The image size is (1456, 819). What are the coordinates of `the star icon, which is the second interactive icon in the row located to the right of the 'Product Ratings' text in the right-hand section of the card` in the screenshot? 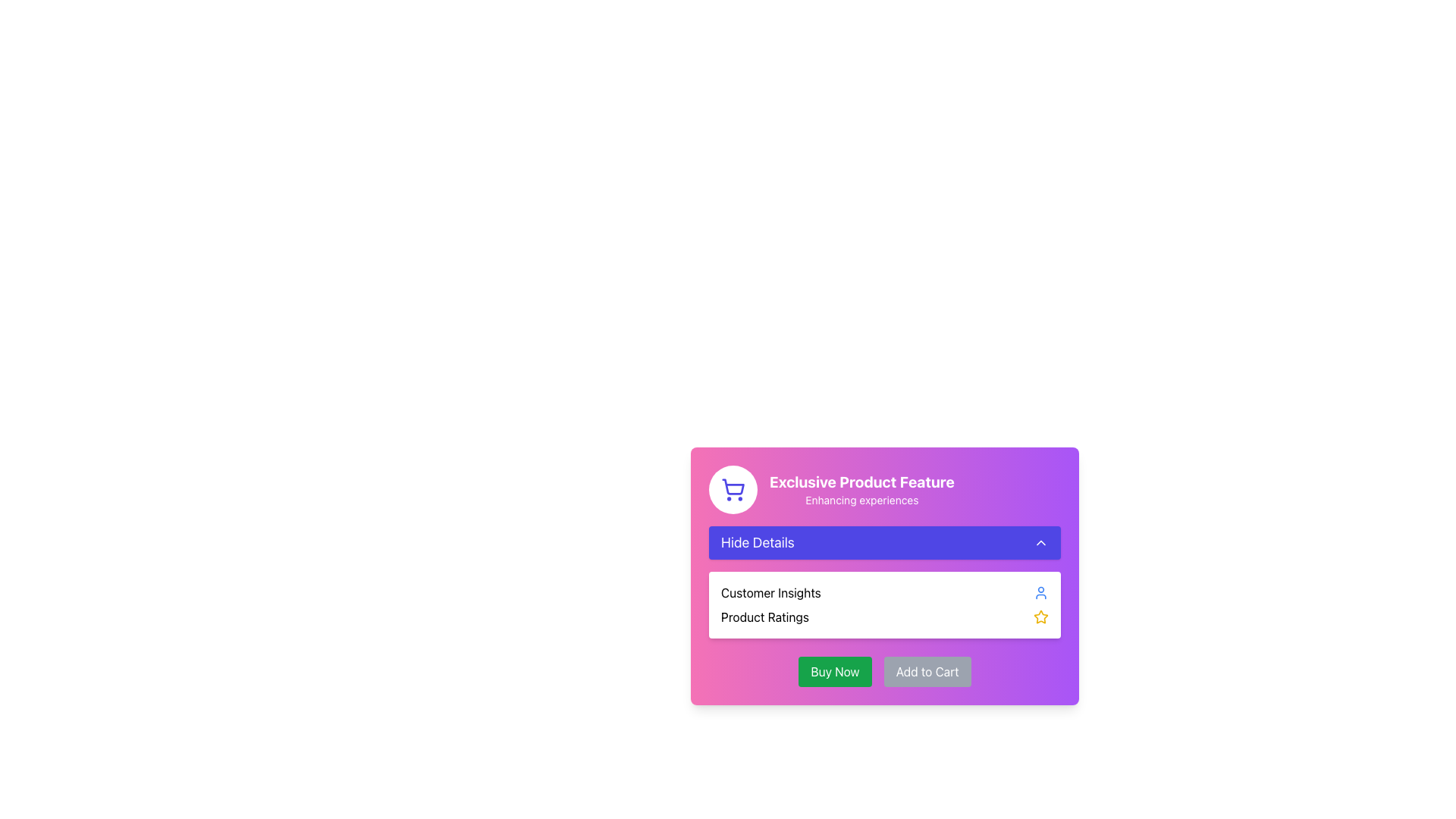 It's located at (1040, 617).